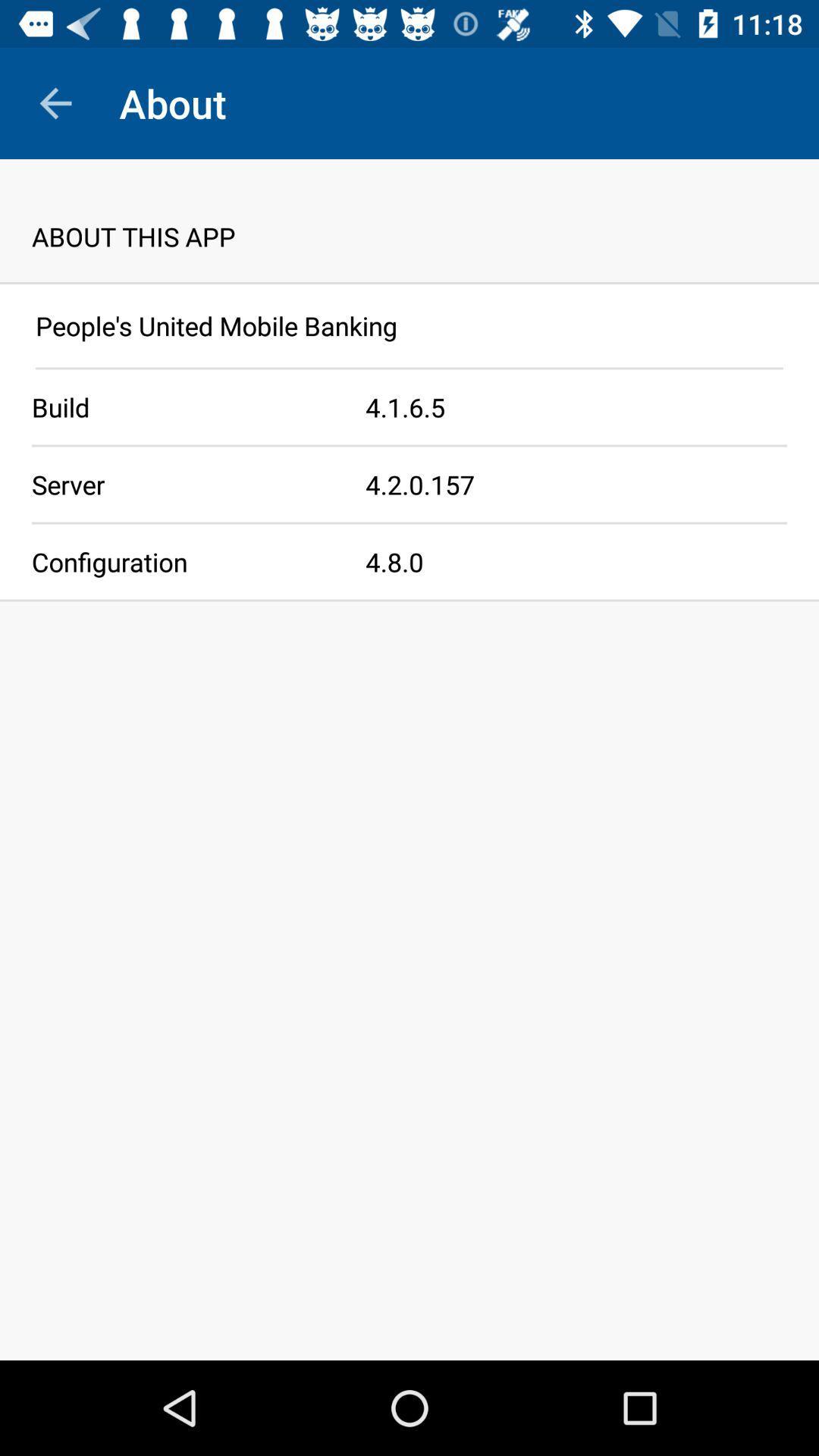 This screenshot has height=1456, width=819. Describe the element at coordinates (55, 102) in the screenshot. I see `the item next to about item` at that location.